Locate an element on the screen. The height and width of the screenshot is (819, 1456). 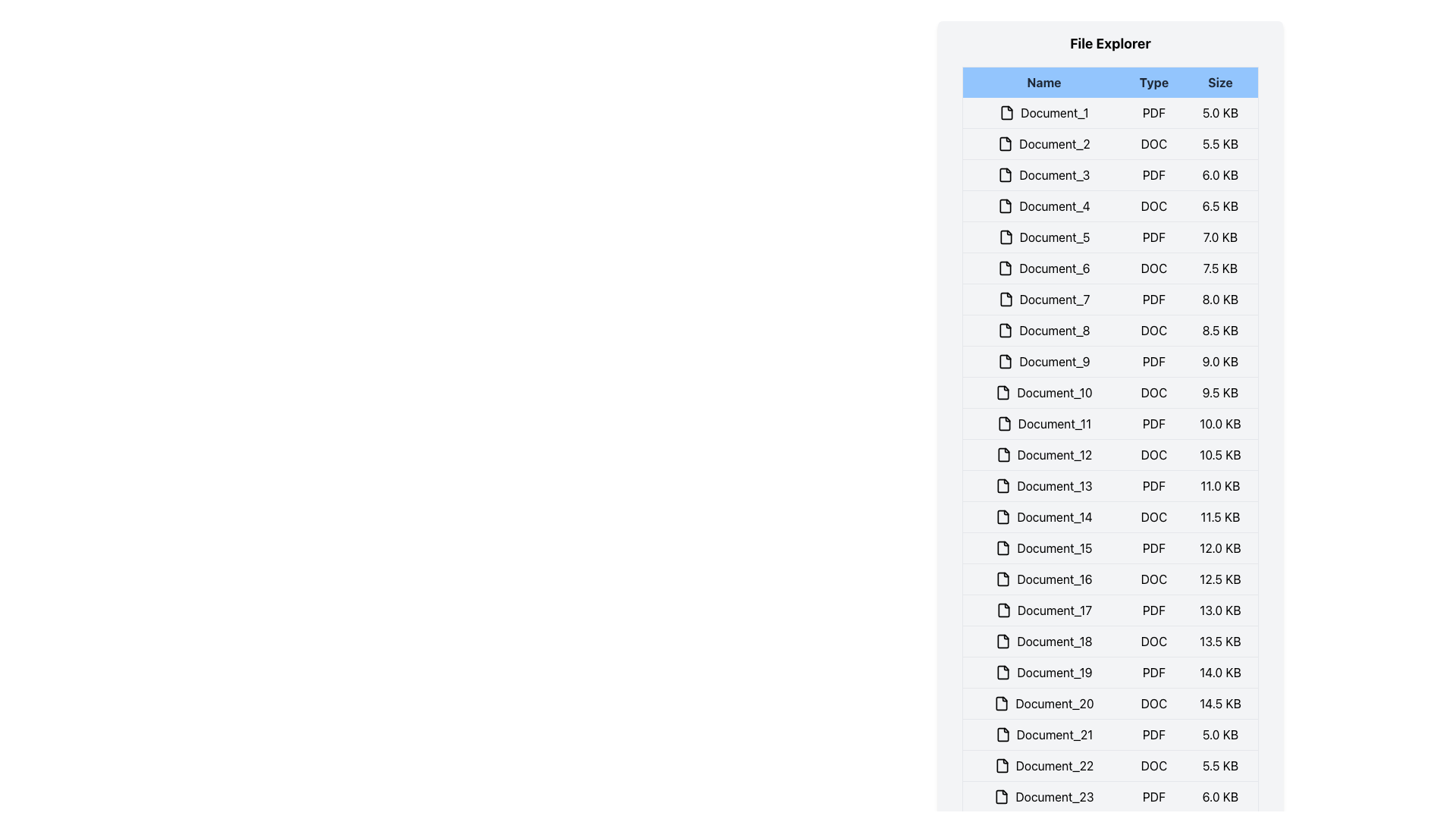
the row displaying information about 'Document_5', which is a PDF file of size 7.0 KB is located at coordinates (1110, 237).